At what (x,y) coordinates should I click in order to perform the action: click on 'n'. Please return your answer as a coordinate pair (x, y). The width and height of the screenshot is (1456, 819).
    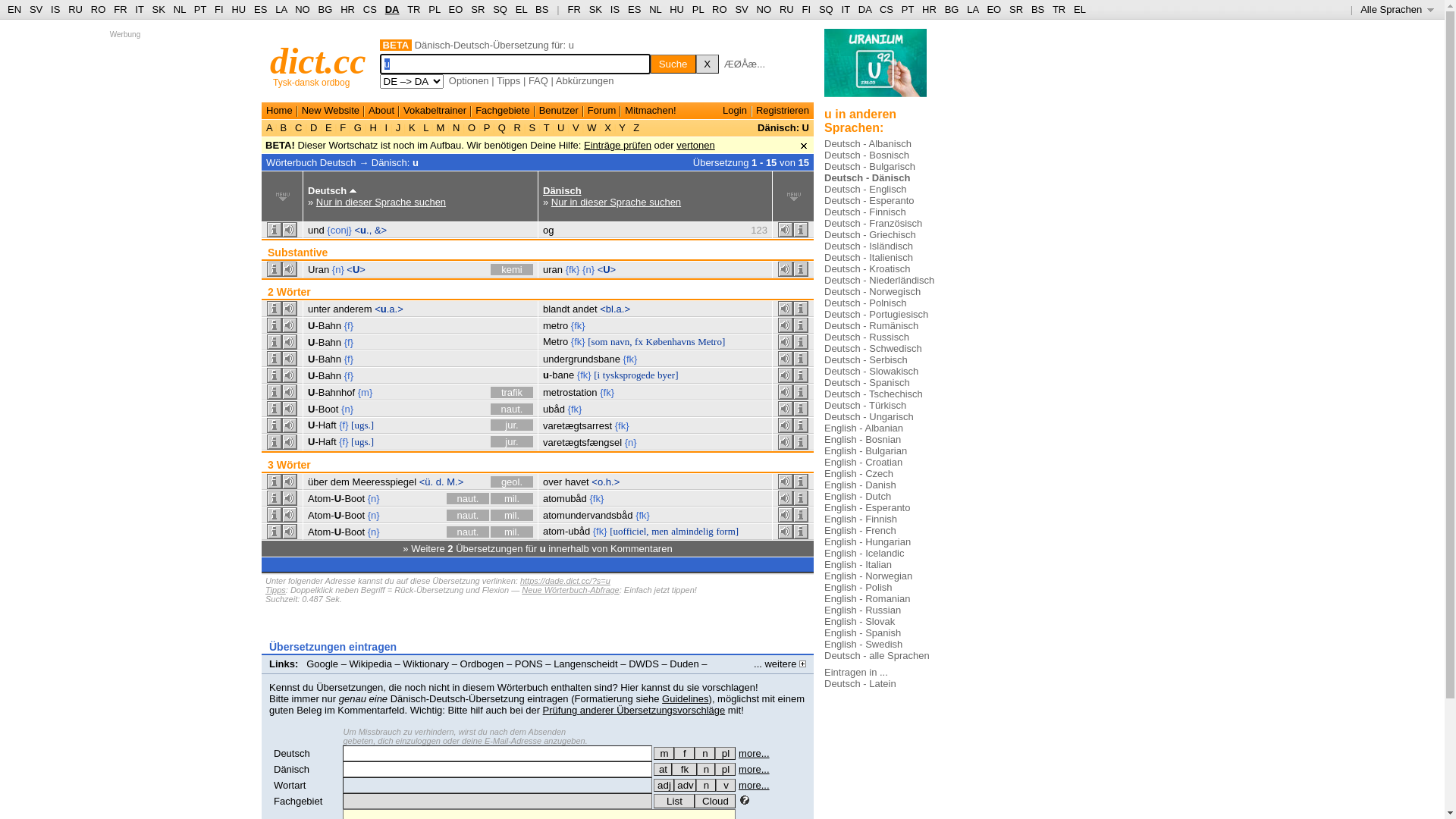
    Looking at the image, I should click on (704, 753).